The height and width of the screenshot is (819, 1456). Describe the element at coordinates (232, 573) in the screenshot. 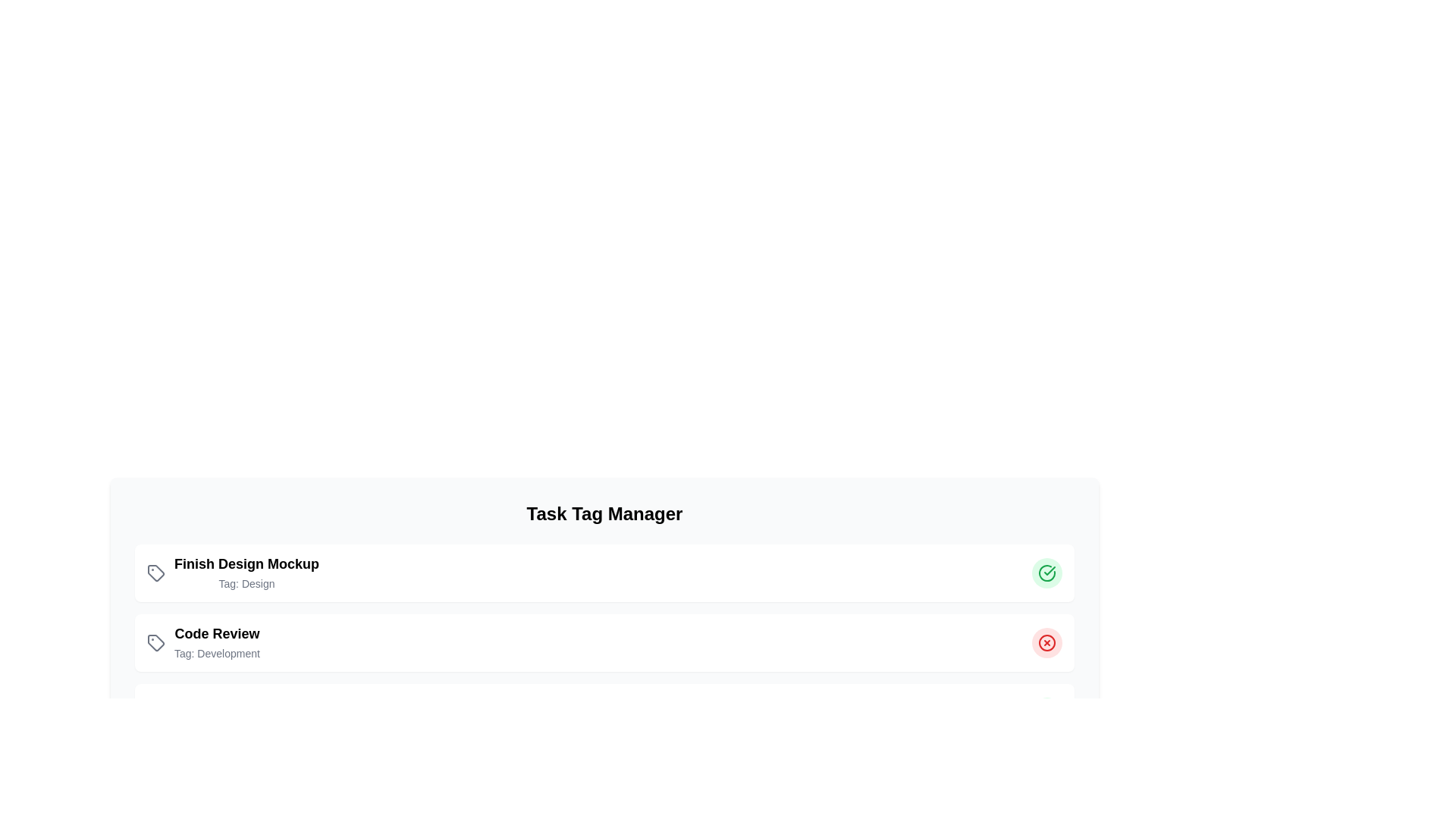

I see `the Task Entry Display element titled 'Finish Design Mockup' which includes the tag 'Design' and a tag icon, located at the upper left of the task entries list` at that location.